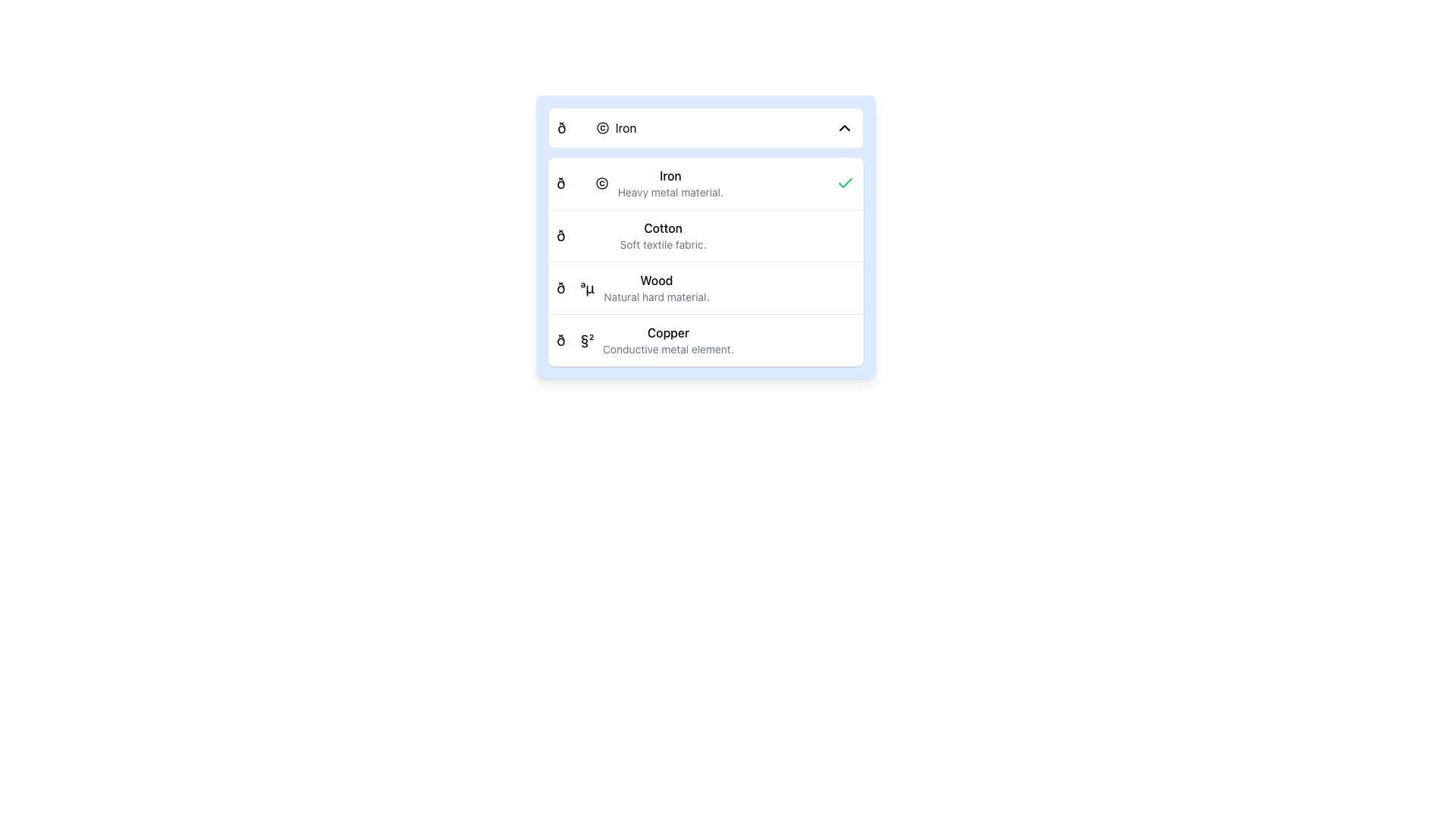  Describe the element at coordinates (667, 332) in the screenshot. I see `the 'Copper' text label located at the bottom-most entry of the dropdown menu` at that location.